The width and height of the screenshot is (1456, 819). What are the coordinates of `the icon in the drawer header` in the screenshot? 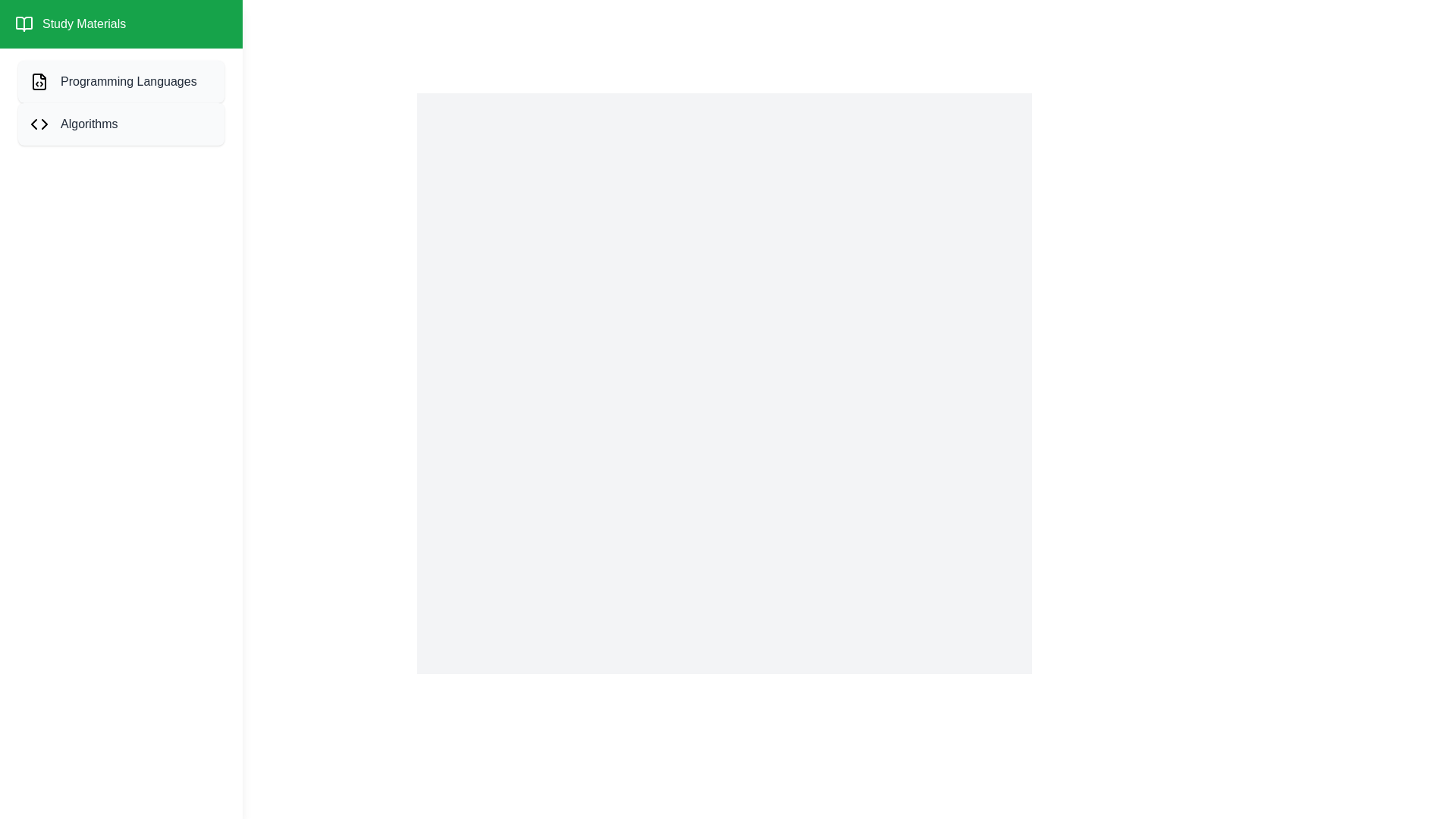 It's located at (24, 24).